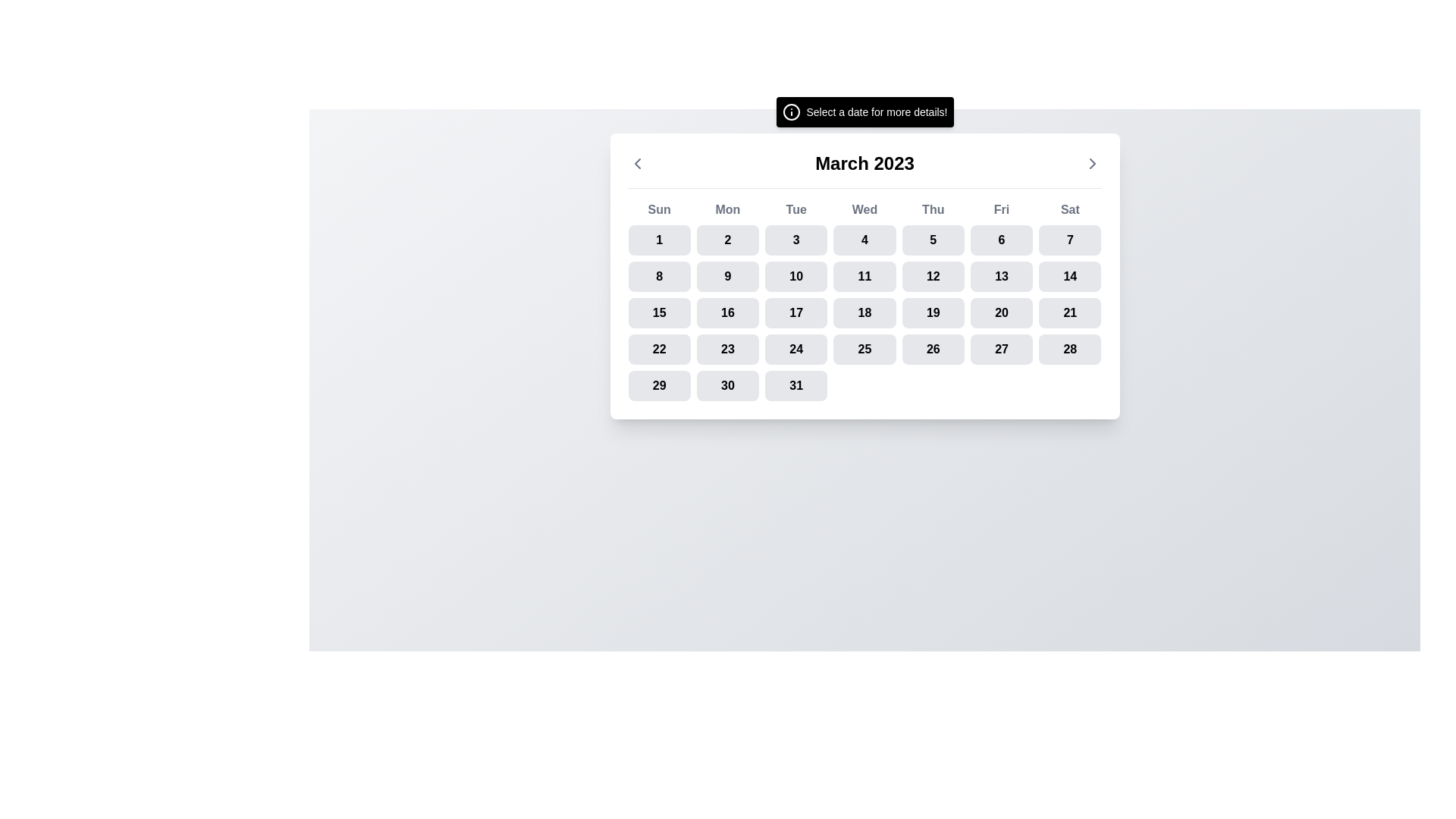 The image size is (1456, 819). Describe the element at coordinates (790, 111) in the screenshot. I see `the small circular icon with a minimalistic 'i' symbol, located at the left end of the grouping that includes the text 'Select a date for more details!', for cues about its function` at that location.